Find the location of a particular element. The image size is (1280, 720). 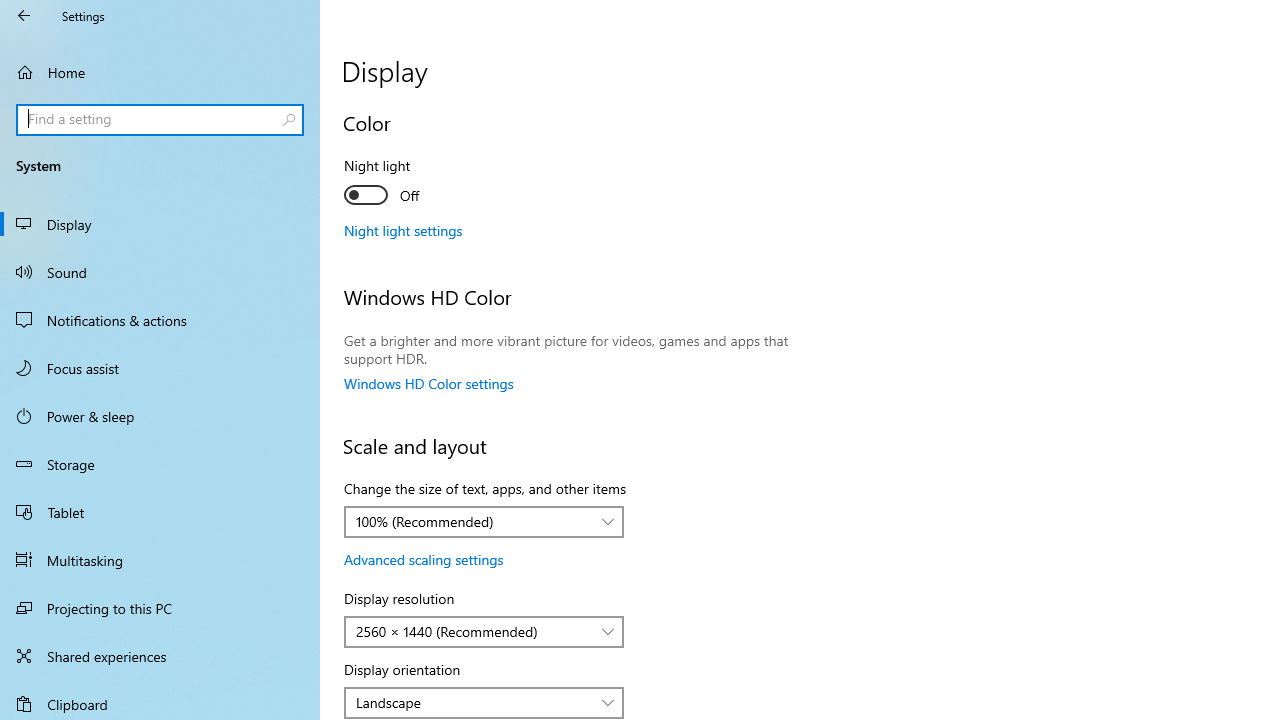

'Tablet' is located at coordinates (160, 510).